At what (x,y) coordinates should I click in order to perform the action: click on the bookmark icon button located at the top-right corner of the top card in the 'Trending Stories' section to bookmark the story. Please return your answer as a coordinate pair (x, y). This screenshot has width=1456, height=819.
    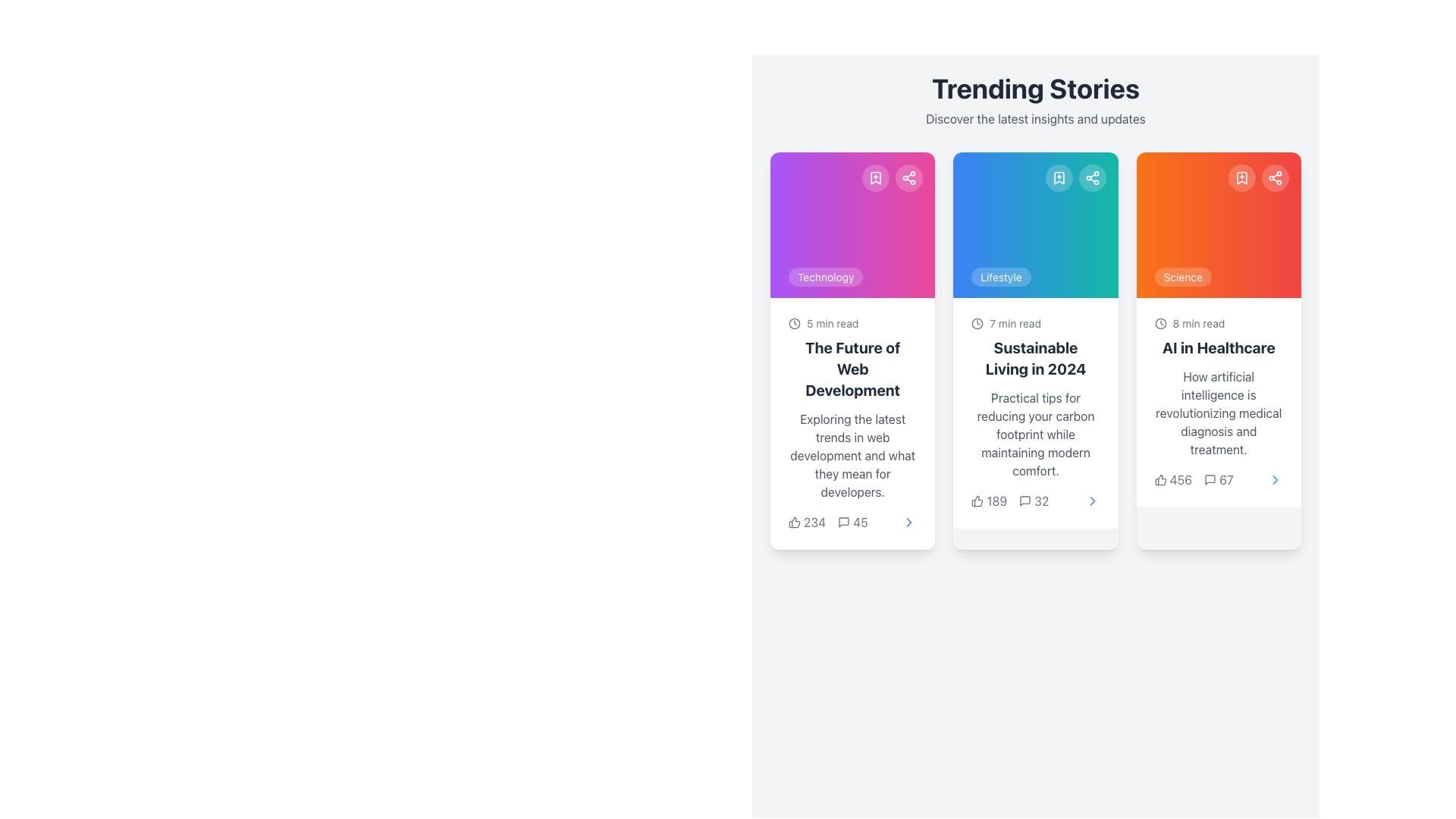
    Looking at the image, I should click on (876, 177).